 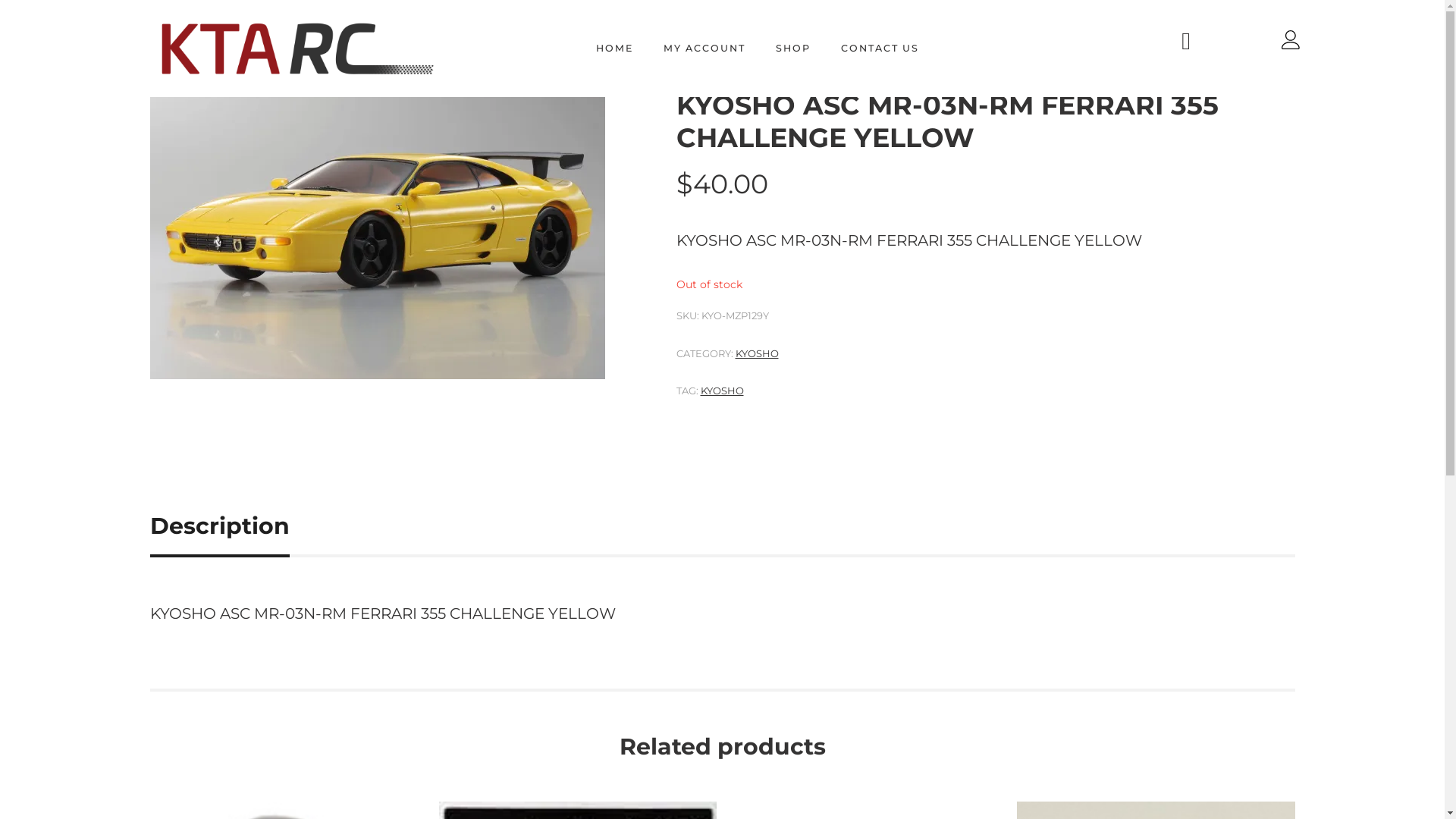 What do you see at coordinates (614, 48) in the screenshot?
I see `'HOME'` at bounding box center [614, 48].